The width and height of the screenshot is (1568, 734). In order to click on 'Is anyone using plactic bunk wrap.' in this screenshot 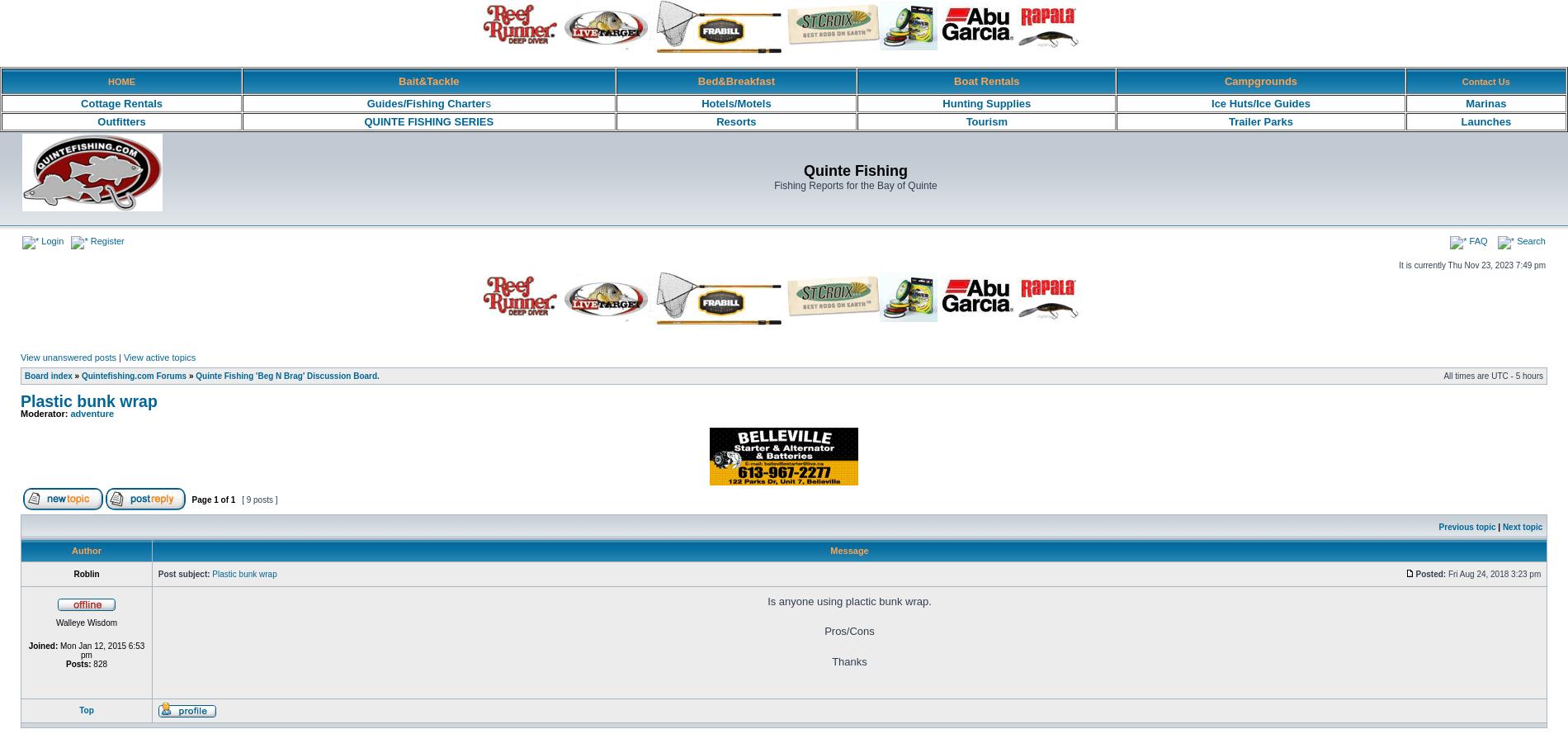, I will do `click(849, 600)`.